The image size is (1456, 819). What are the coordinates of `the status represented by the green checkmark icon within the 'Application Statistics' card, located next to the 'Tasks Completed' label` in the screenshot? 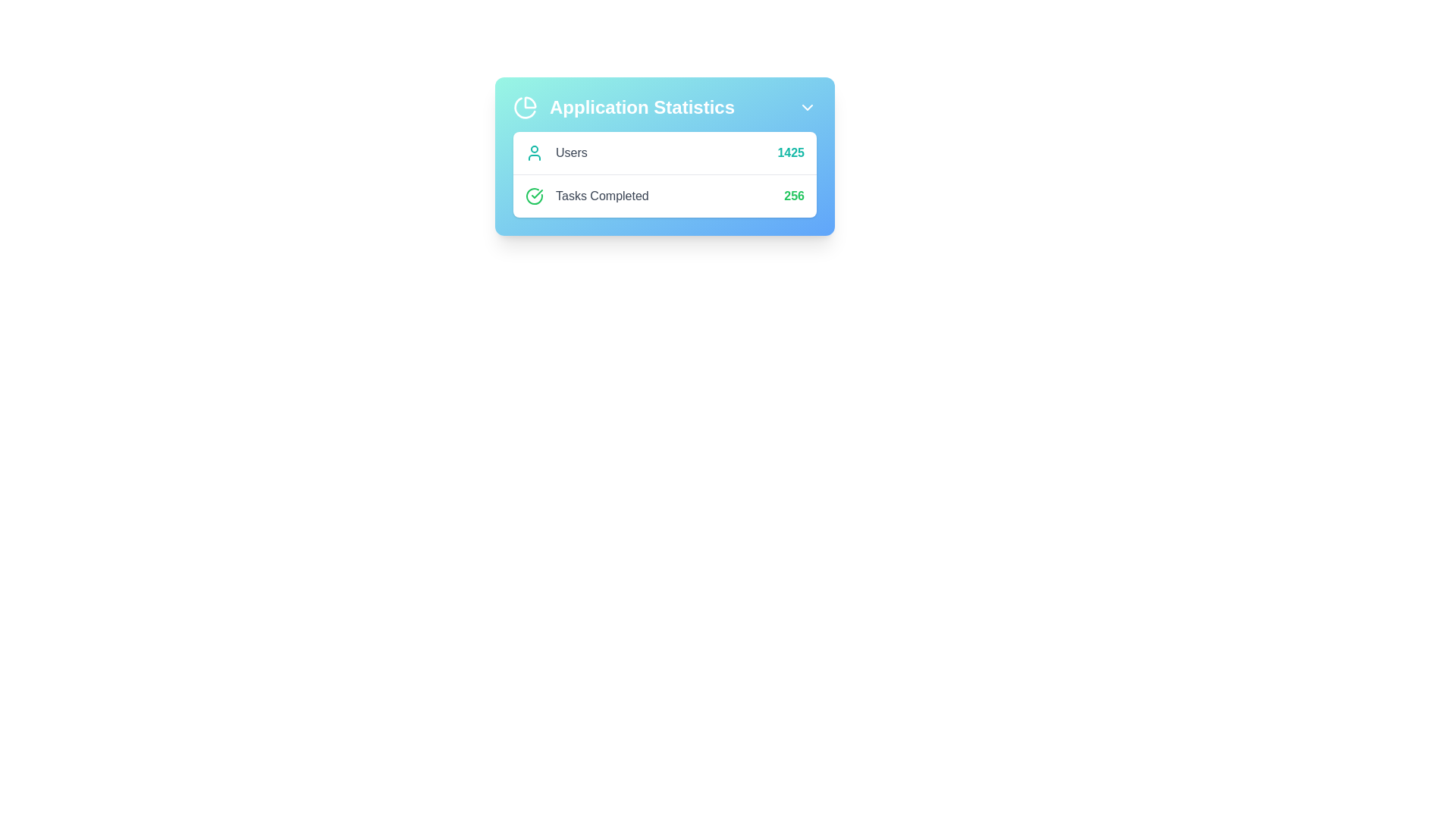 It's located at (537, 193).